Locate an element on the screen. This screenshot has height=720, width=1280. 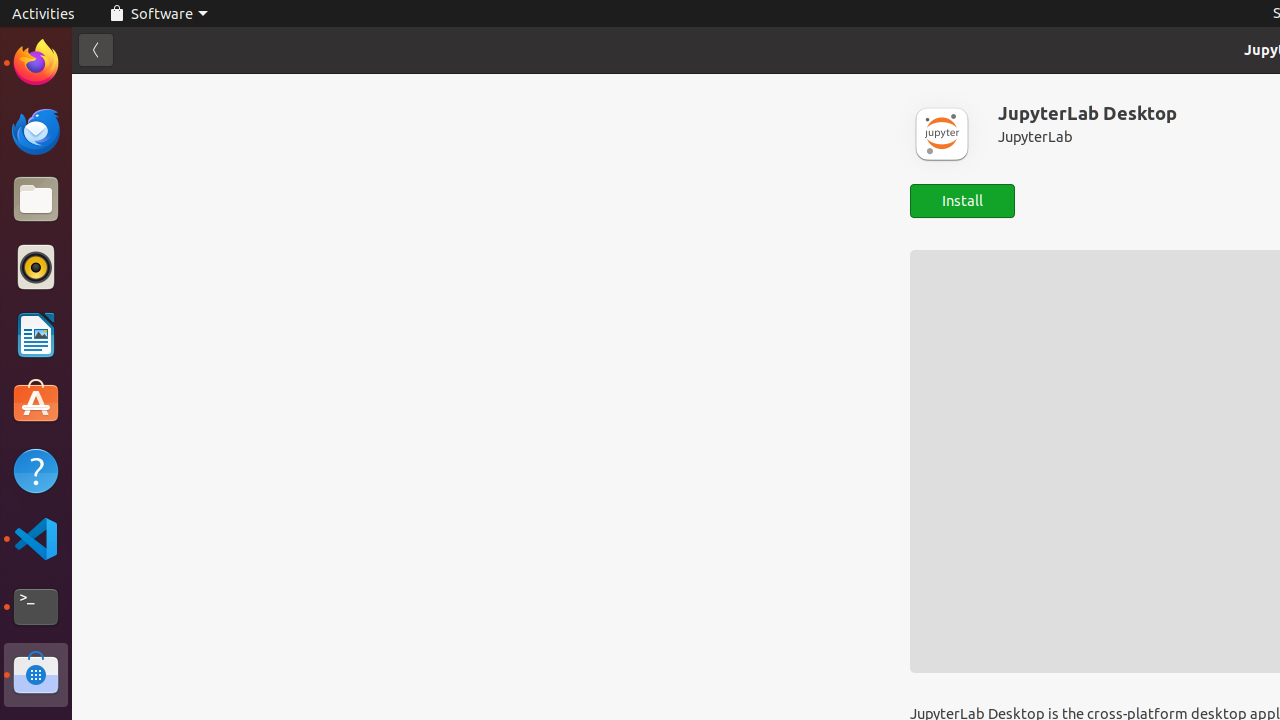
'Install' is located at coordinates (962, 201).